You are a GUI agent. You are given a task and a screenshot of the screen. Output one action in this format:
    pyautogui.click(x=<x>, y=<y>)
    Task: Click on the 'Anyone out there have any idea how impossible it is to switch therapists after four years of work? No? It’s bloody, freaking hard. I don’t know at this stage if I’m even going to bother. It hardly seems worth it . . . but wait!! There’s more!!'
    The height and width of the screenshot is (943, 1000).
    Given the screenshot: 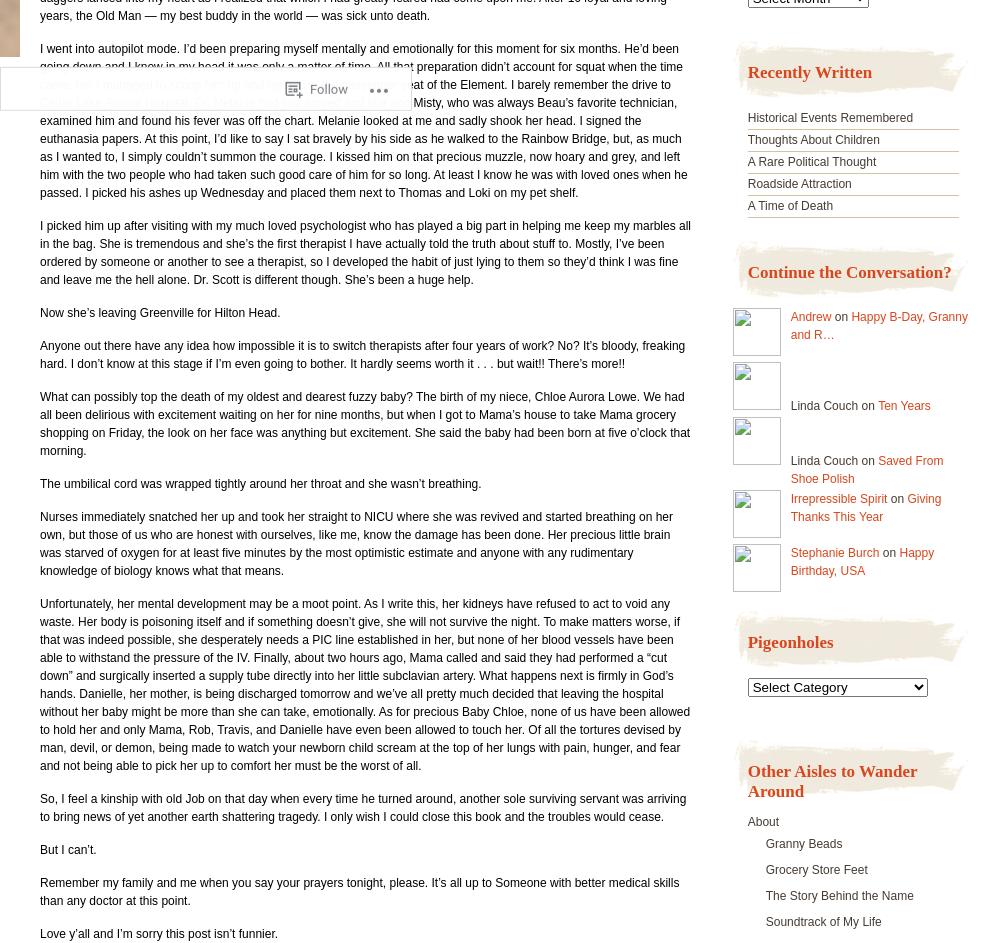 What is the action you would take?
    pyautogui.click(x=40, y=355)
    